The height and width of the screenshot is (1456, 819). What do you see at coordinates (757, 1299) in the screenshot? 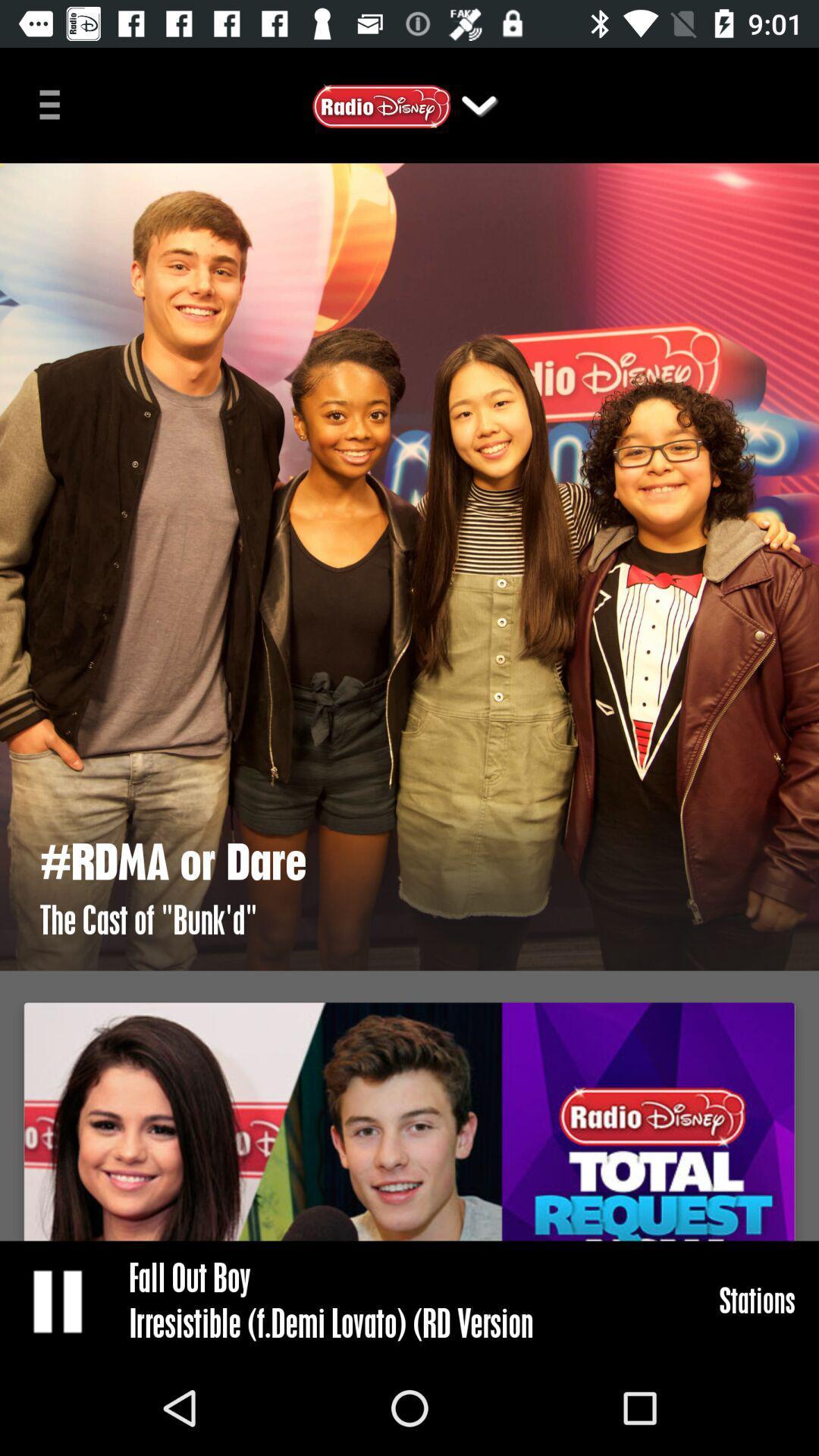
I see `the stations icon` at bounding box center [757, 1299].